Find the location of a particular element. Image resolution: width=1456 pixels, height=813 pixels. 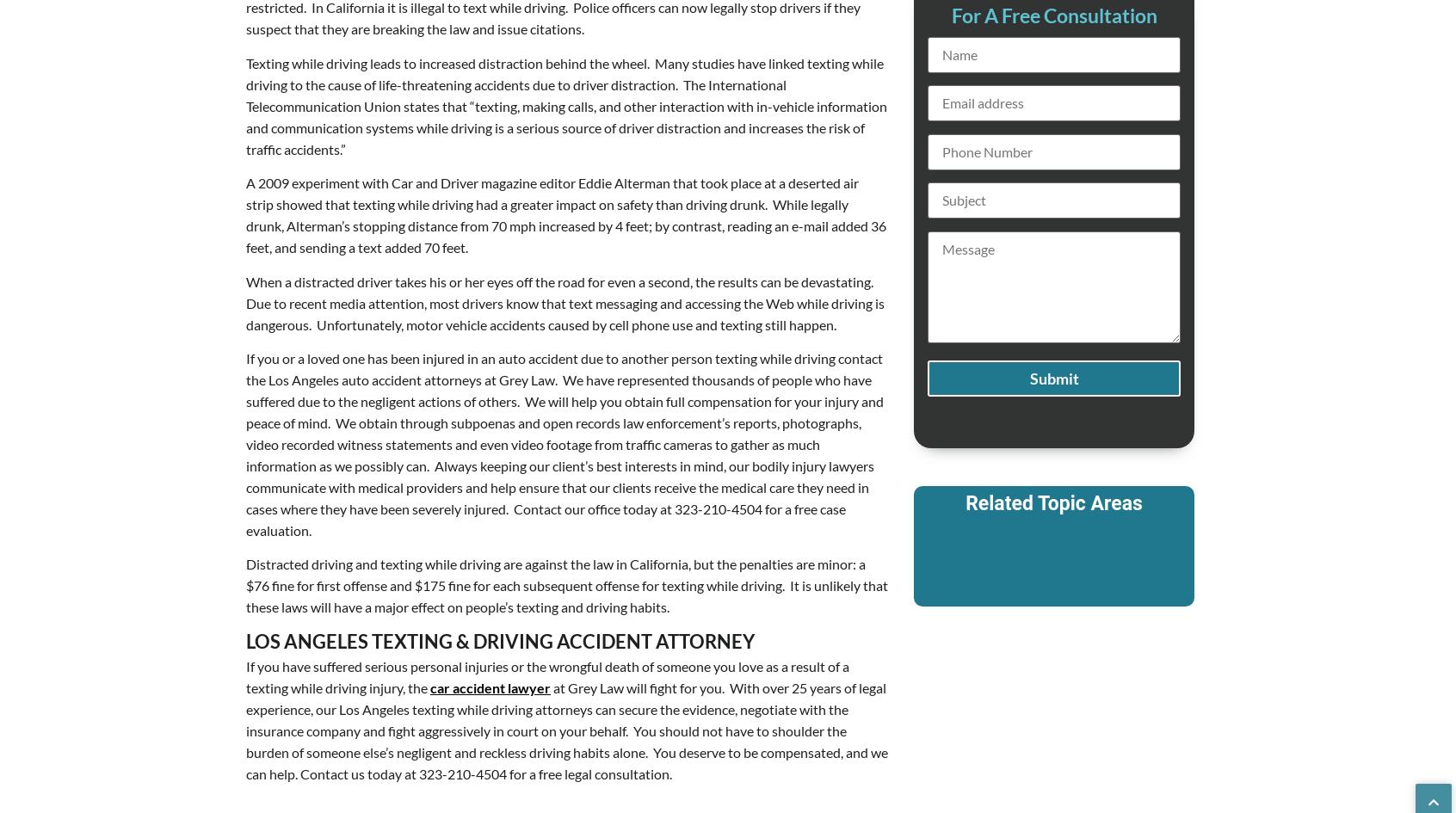

'If you have suffered serious personal injuries or the wrongful death of someone you love as a result of a texting while driving injury, the' is located at coordinates (547, 675).